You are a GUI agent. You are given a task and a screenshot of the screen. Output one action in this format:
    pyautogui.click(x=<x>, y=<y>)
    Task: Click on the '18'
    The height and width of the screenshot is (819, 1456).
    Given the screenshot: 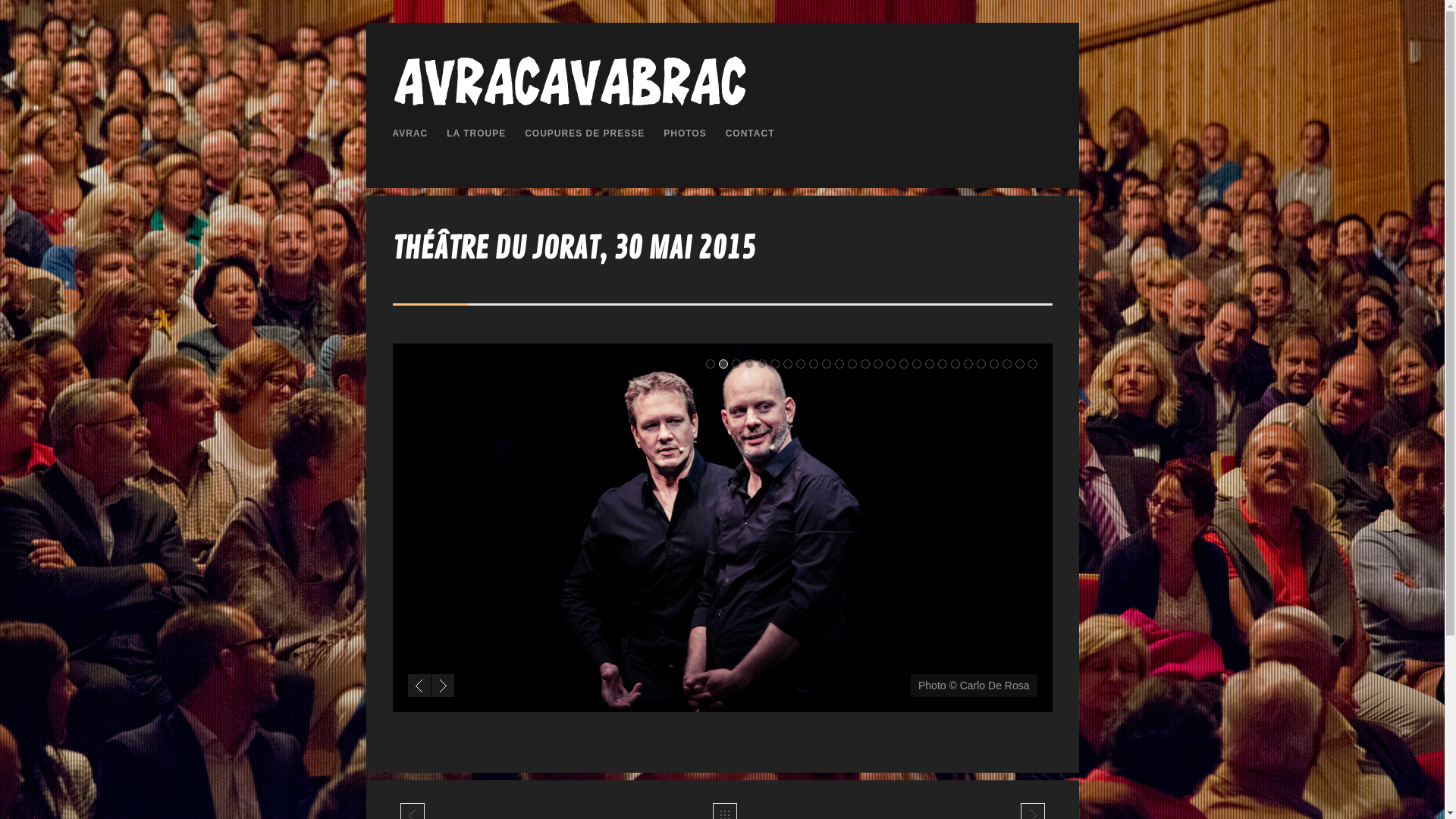 What is the action you would take?
    pyautogui.click(x=928, y=363)
    